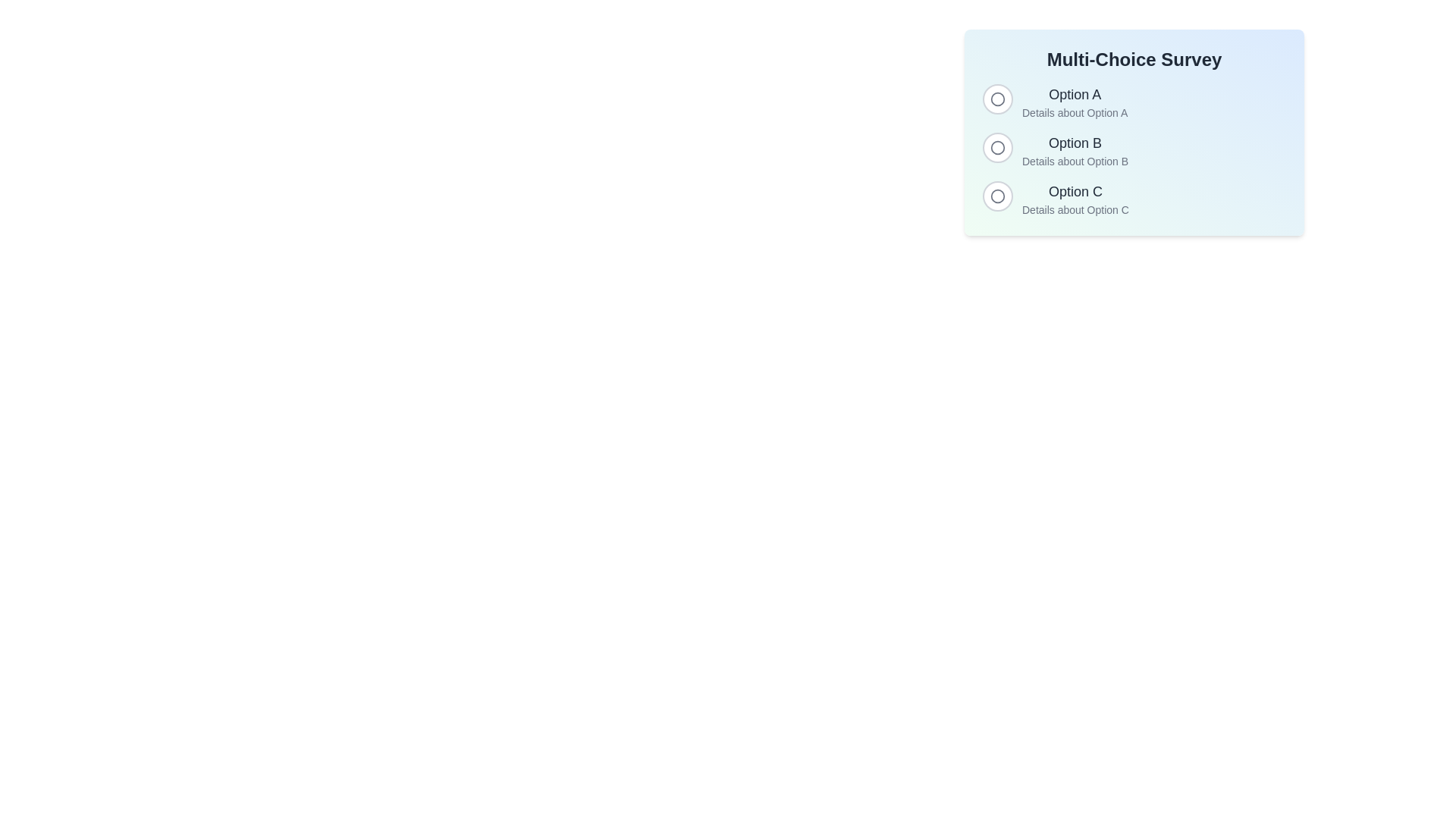 The image size is (1456, 819). Describe the element at coordinates (1075, 210) in the screenshot. I see `the text label displaying 'Details about Option C', which is located directly below the bold label 'Option C' in the survey interface` at that location.